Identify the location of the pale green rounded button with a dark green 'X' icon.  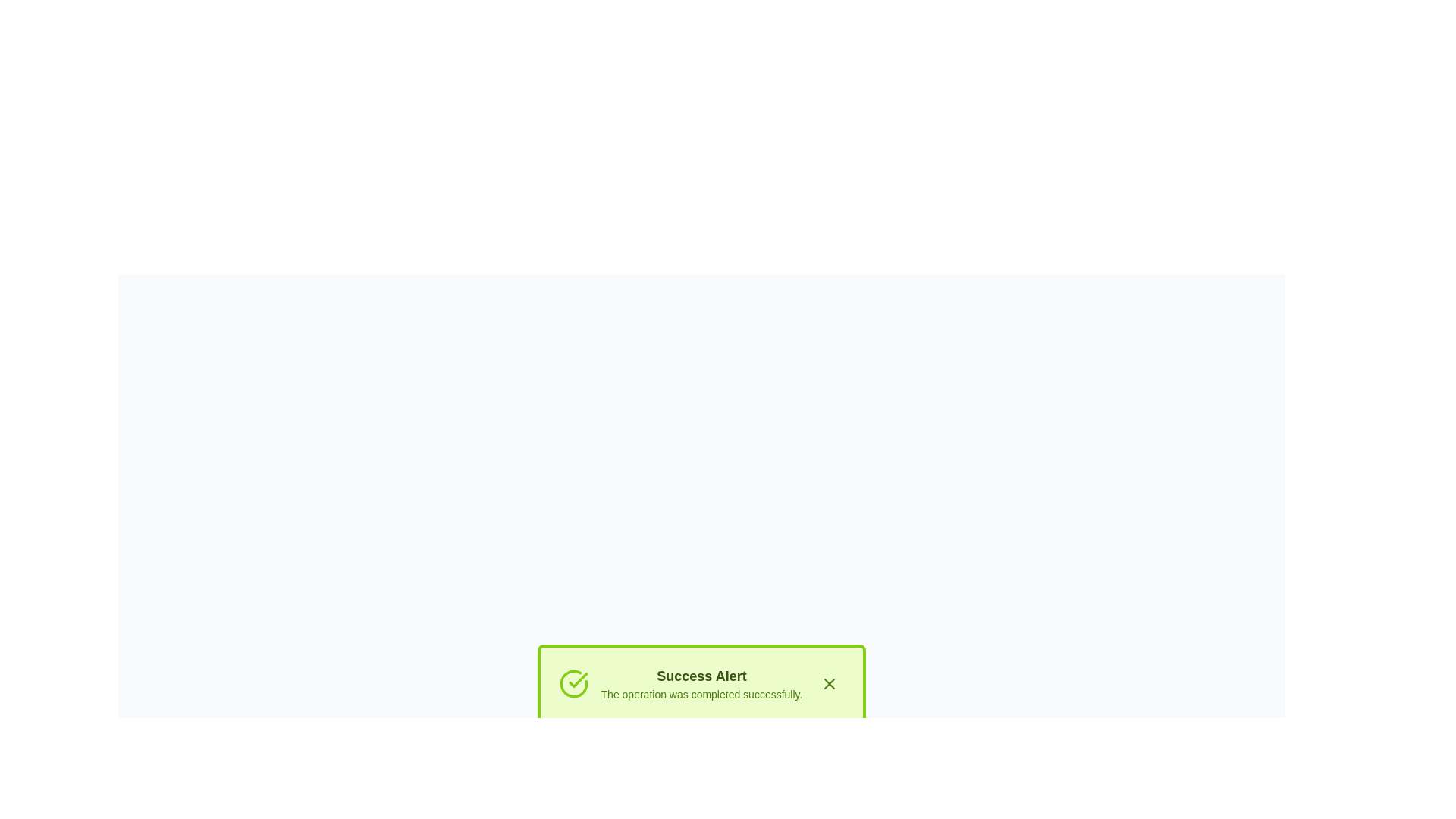
(829, 684).